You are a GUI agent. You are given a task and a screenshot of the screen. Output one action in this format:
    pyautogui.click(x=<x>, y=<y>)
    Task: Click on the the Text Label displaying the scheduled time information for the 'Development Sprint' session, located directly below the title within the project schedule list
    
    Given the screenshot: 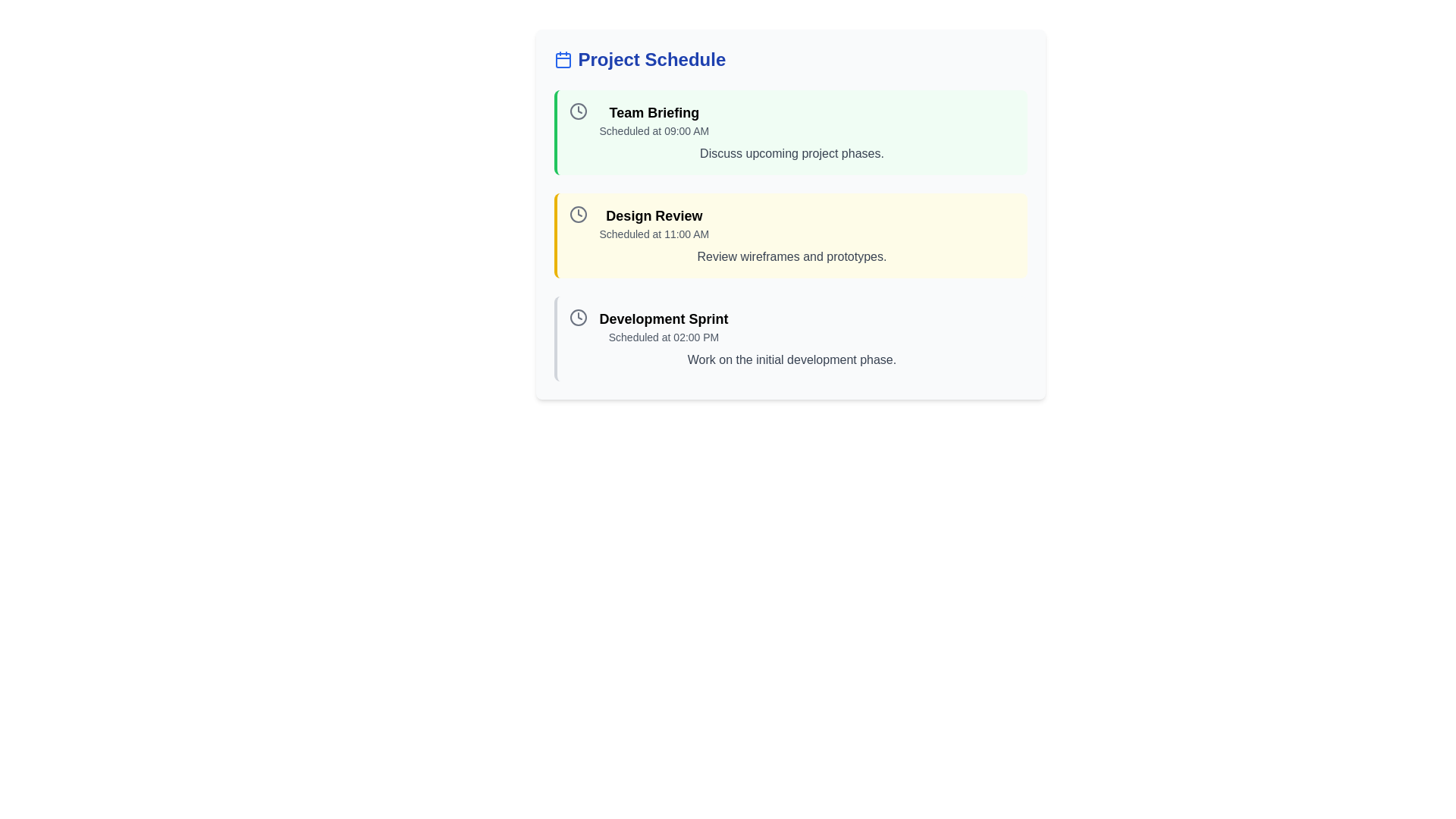 What is the action you would take?
    pyautogui.click(x=664, y=336)
    